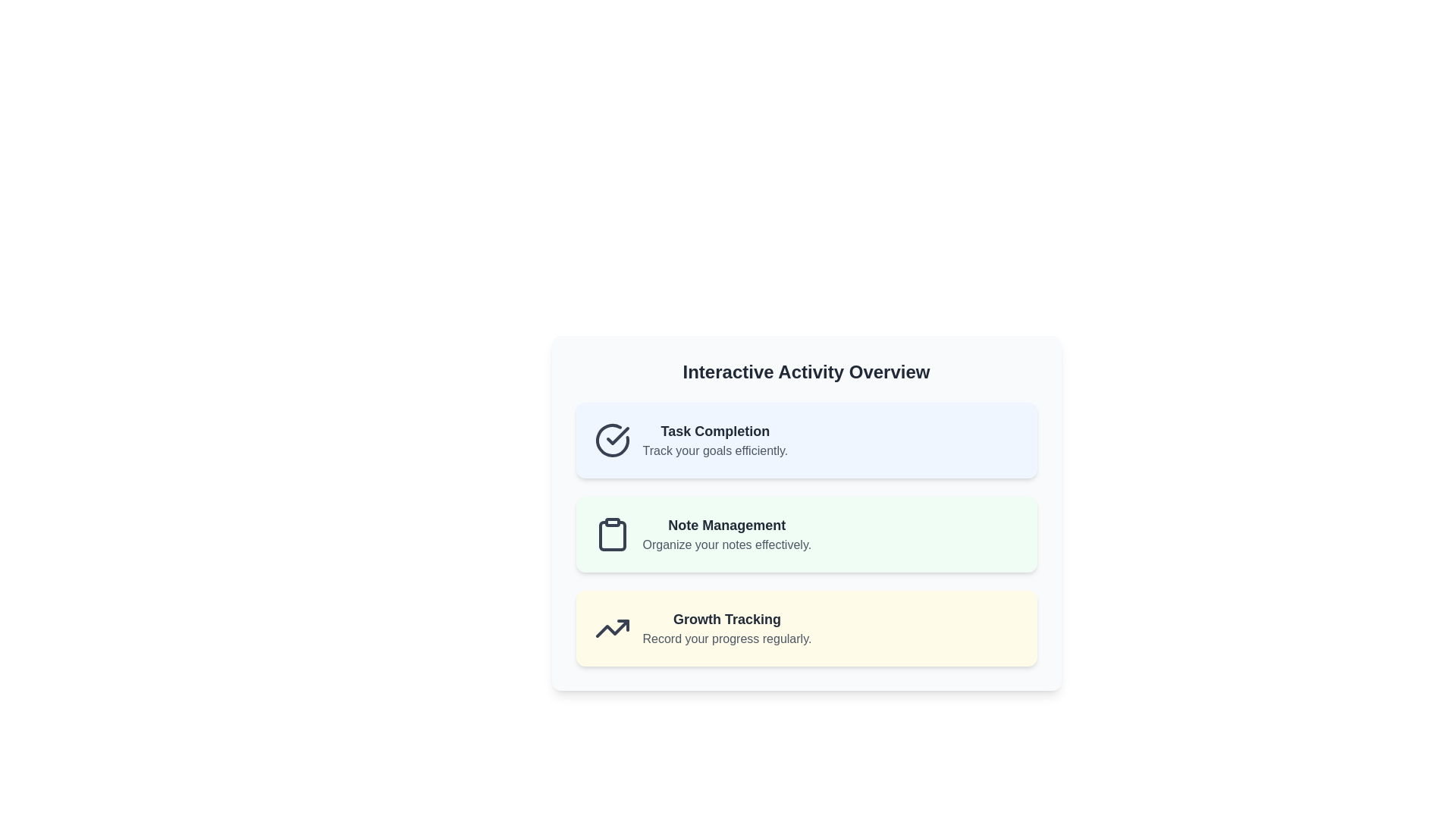 Image resolution: width=1456 pixels, height=819 pixels. What do you see at coordinates (612, 629) in the screenshot?
I see `the upward-trending line chart icon, which is dark gray on a light yellow background, located to the left of the 'Growth Tracking' text in the third row of the list items` at bounding box center [612, 629].